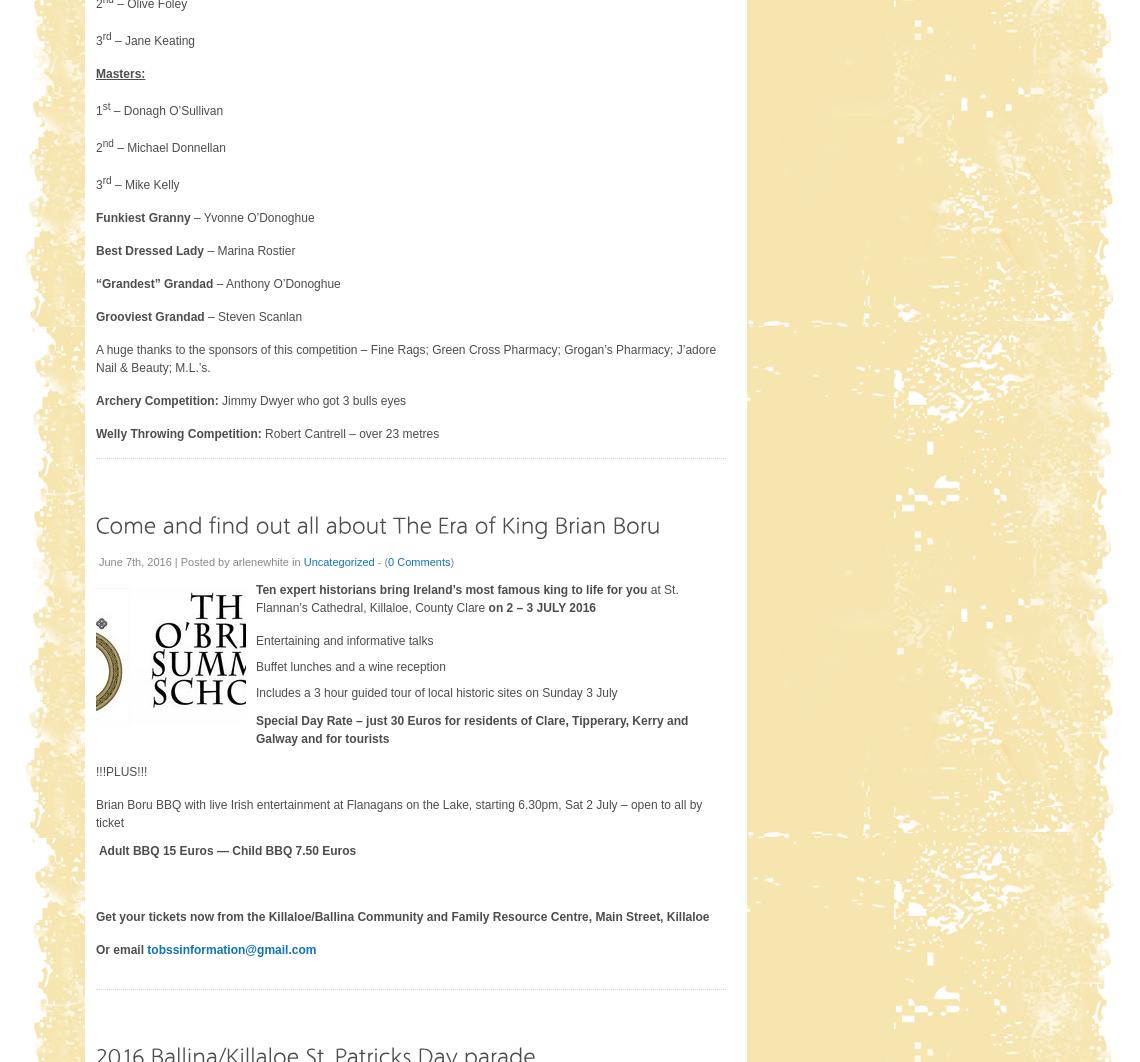 The height and width of the screenshot is (1062, 1140). Describe the element at coordinates (109, 110) in the screenshot. I see `'– Donagh O’Sullivan'` at that location.